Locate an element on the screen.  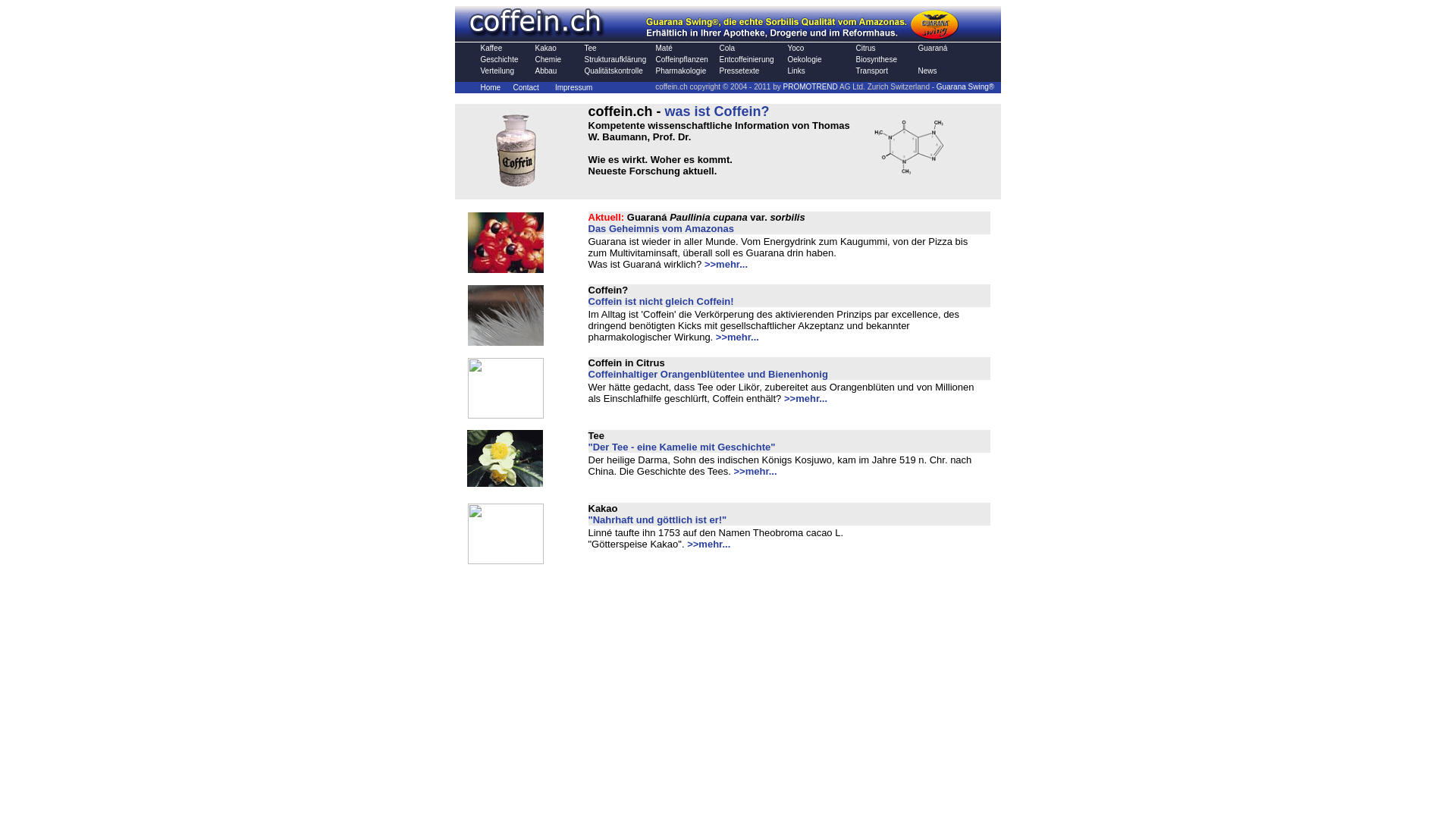
'Transport' is located at coordinates (871, 71).